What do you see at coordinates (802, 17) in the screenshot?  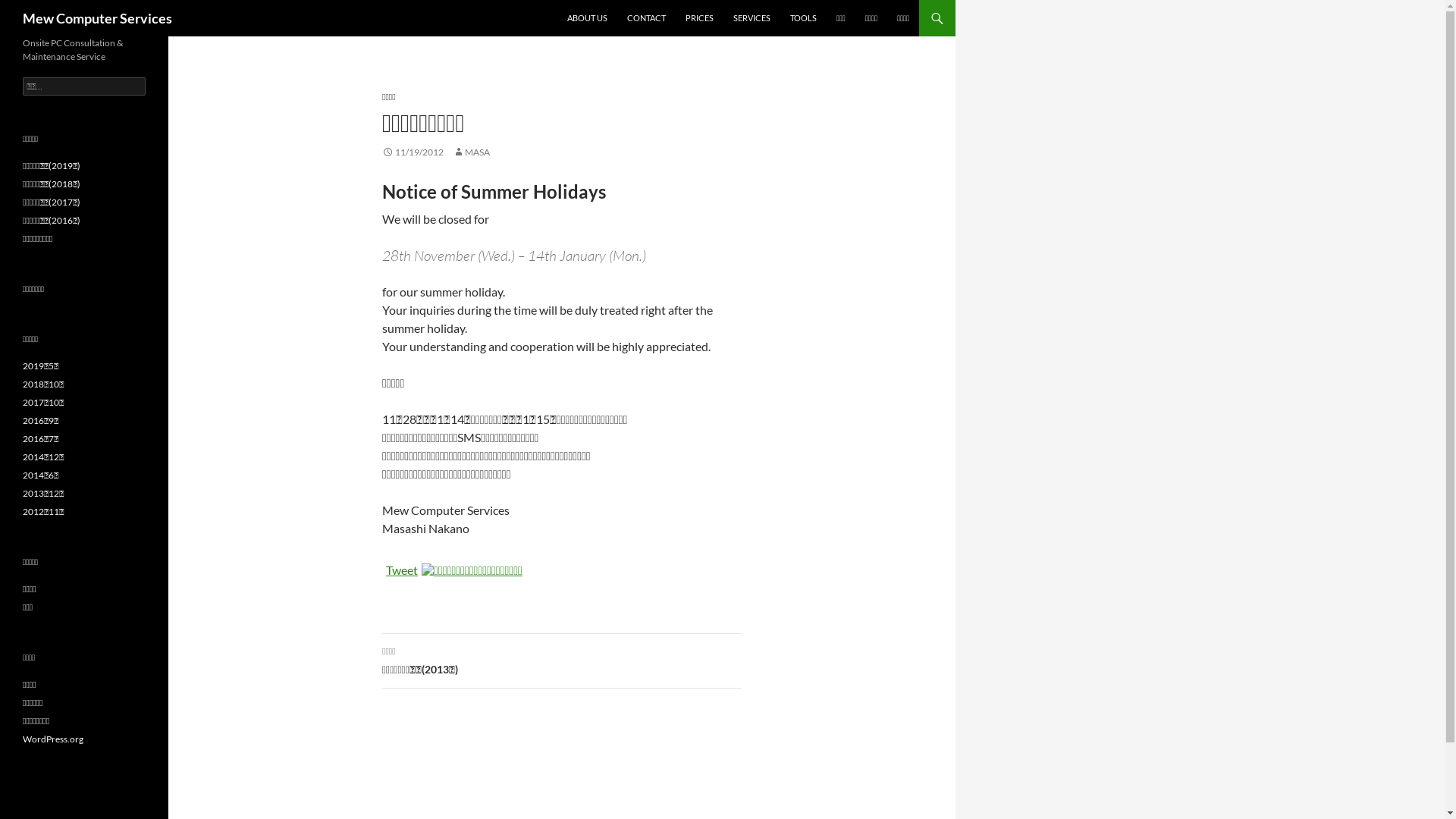 I see `'TOOLS'` at bounding box center [802, 17].